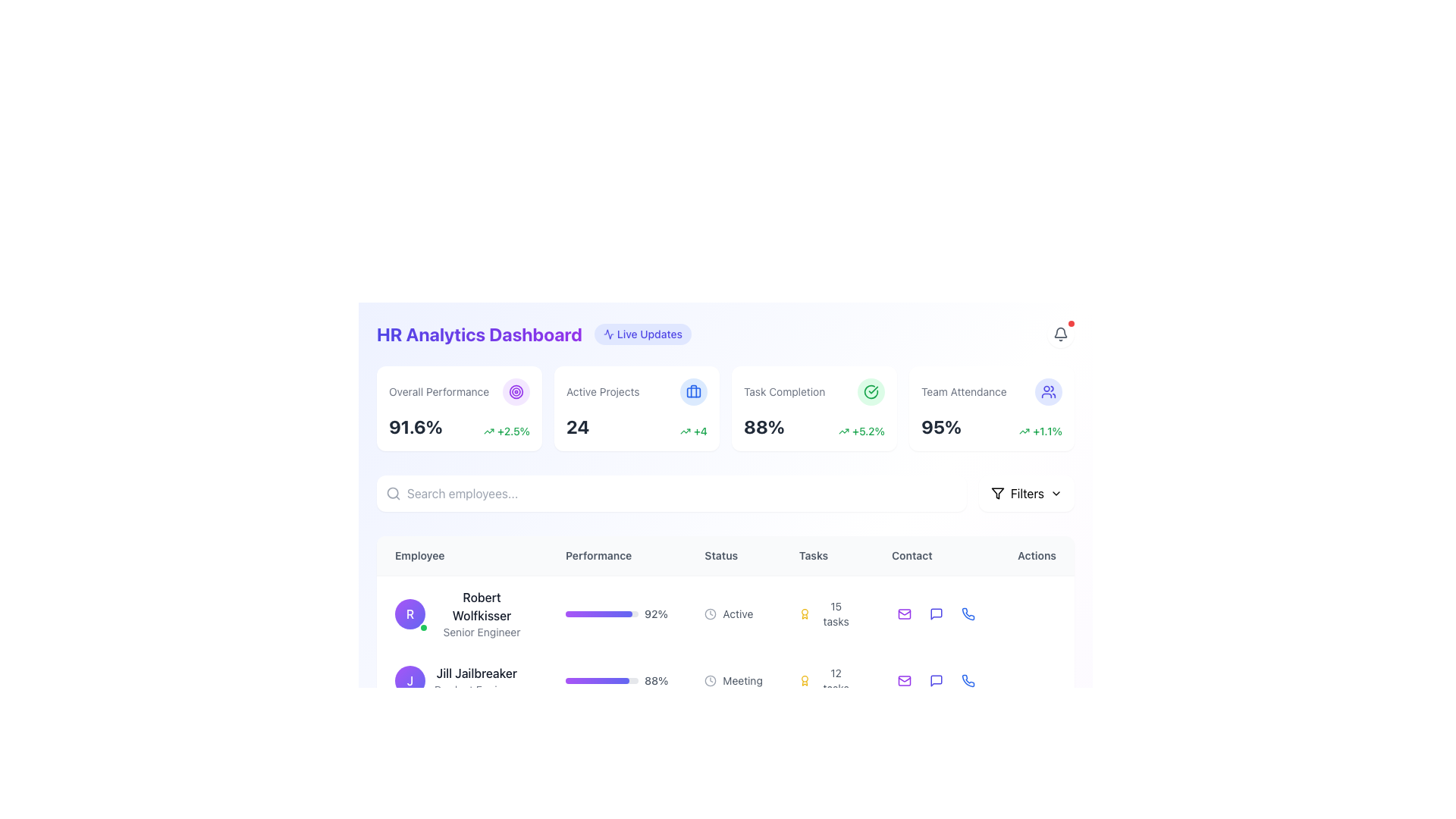 This screenshot has height=819, width=1456. Describe the element at coordinates (967, 614) in the screenshot. I see `the third button in the horizontal series of action buttons in the 'Actions' column of the employee table, which is intended to initiate a phone call or perform a phone-related action` at that location.